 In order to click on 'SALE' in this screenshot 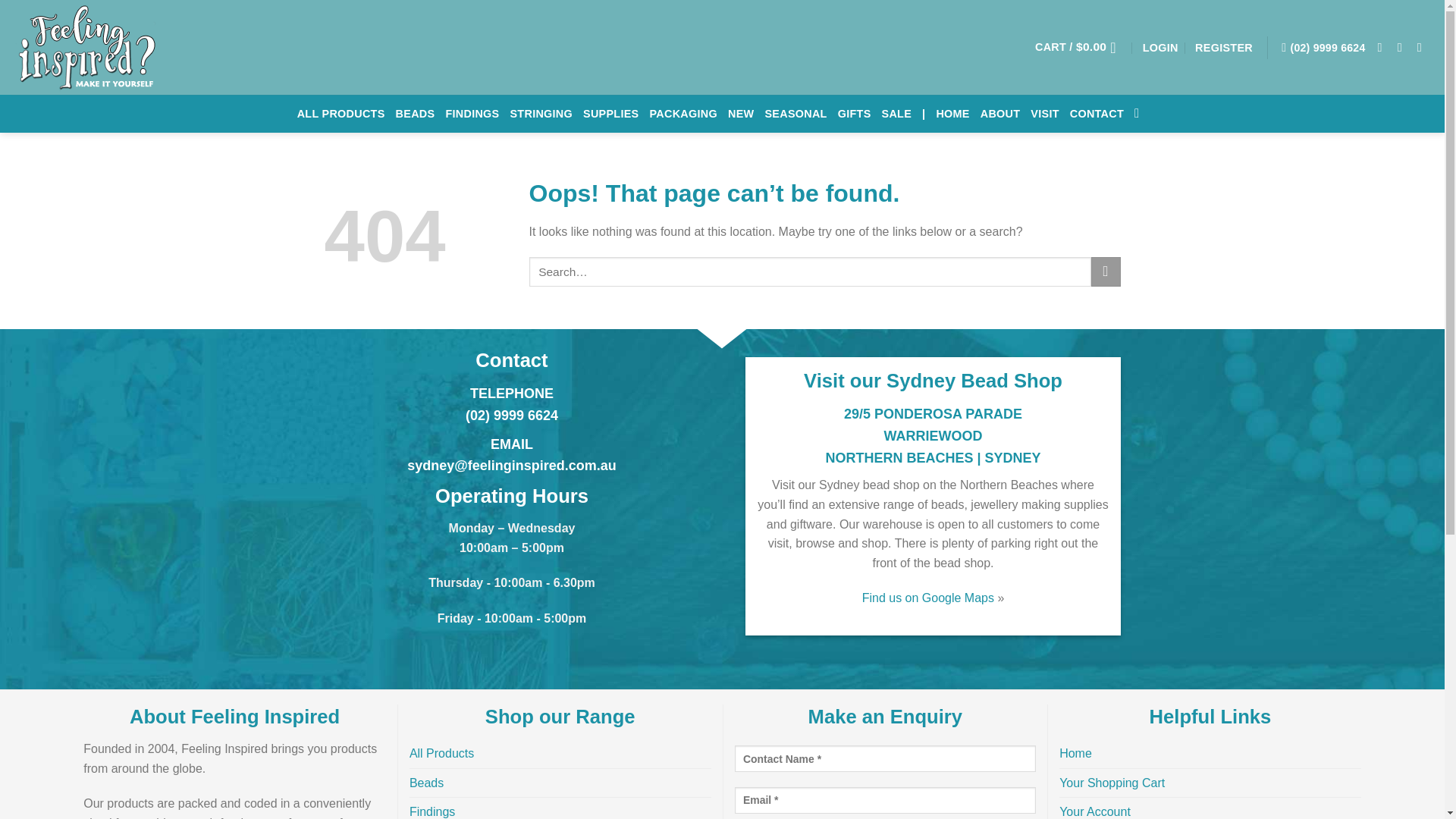, I will do `click(896, 113)`.